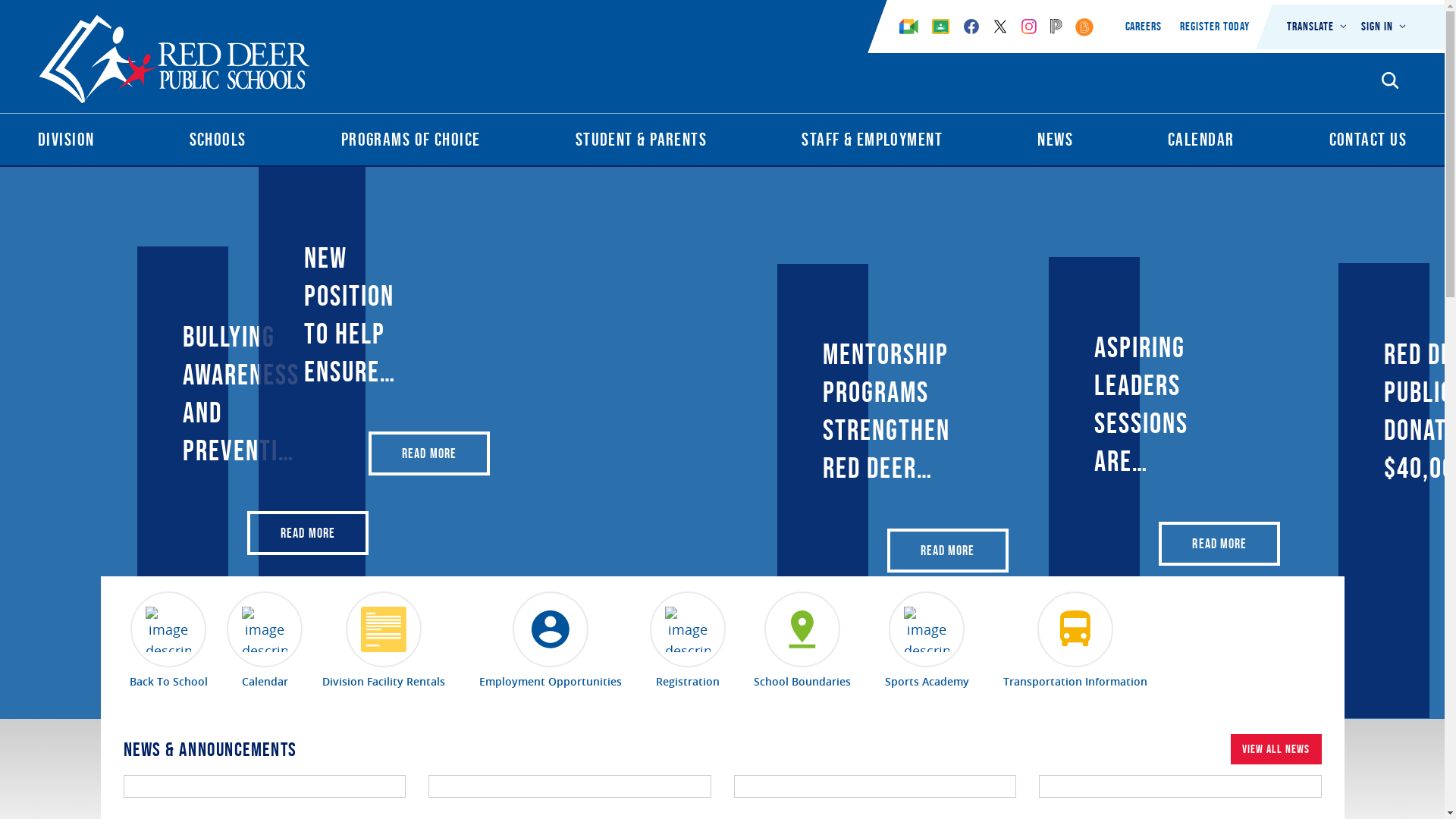  What do you see at coordinates (1144, 26) in the screenshot?
I see `'Careers'` at bounding box center [1144, 26].